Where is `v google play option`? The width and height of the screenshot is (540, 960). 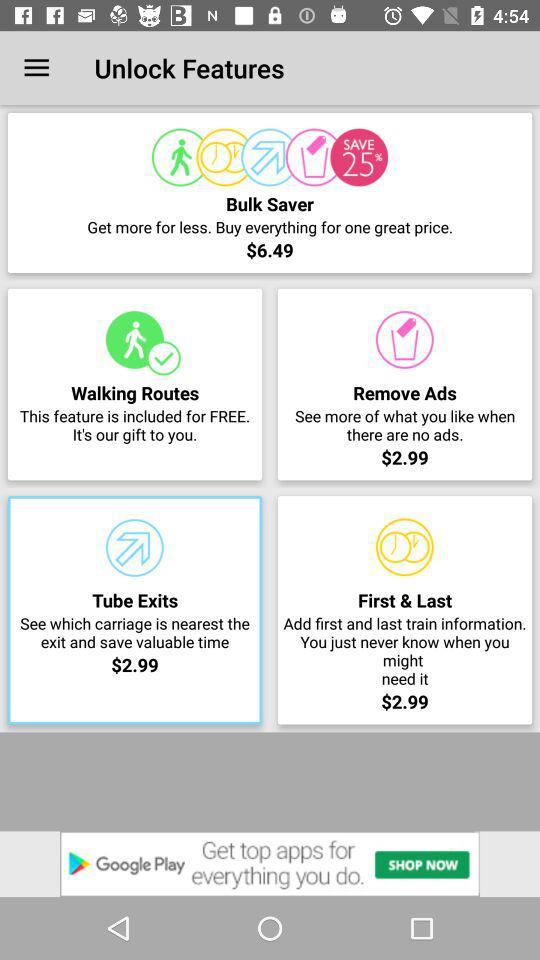
v google play option is located at coordinates (270, 863).